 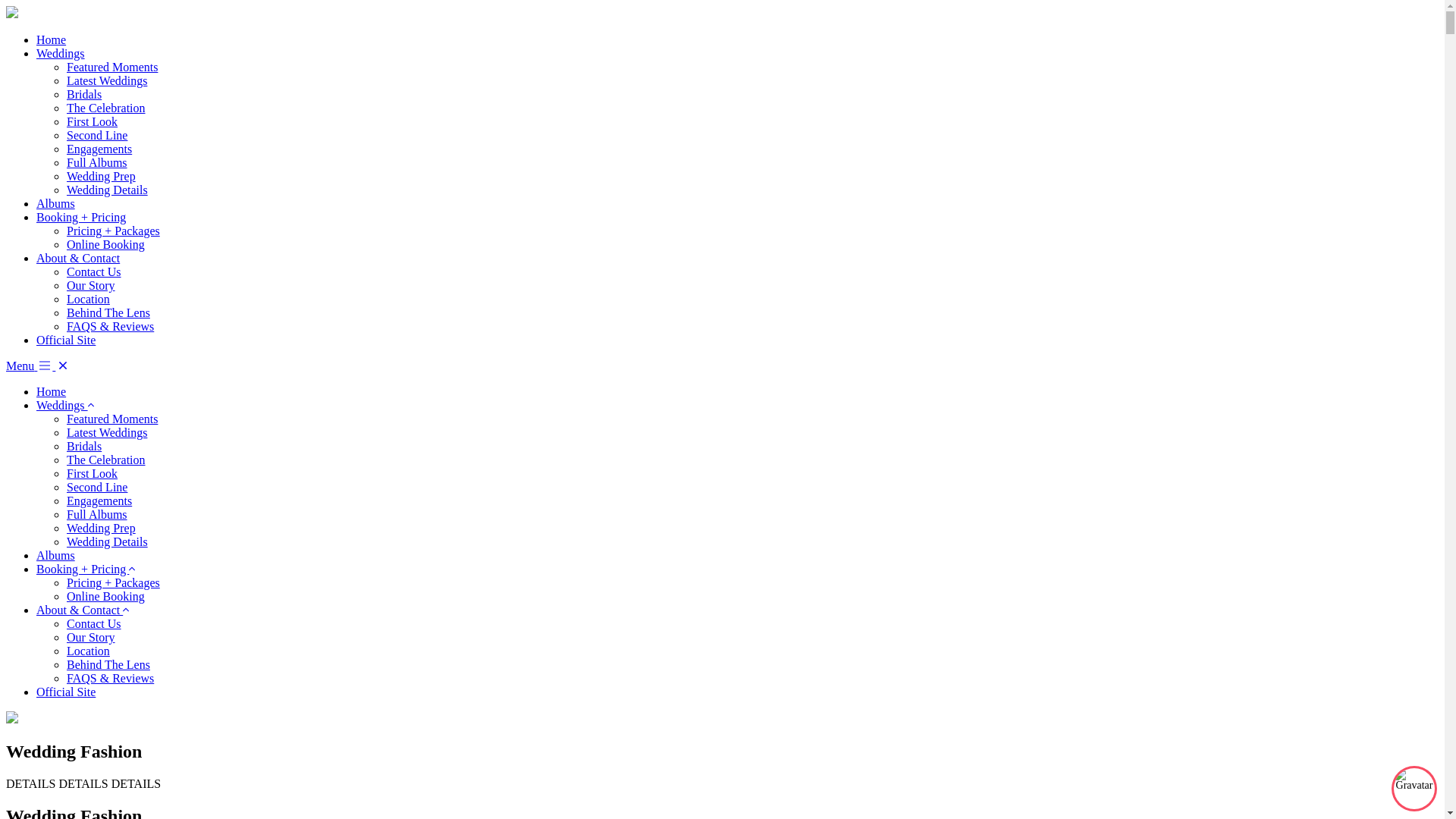 What do you see at coordinates (65, 664) in the screenshot?
I see `'Behind The Lens'` at bounding box center [65, 664].